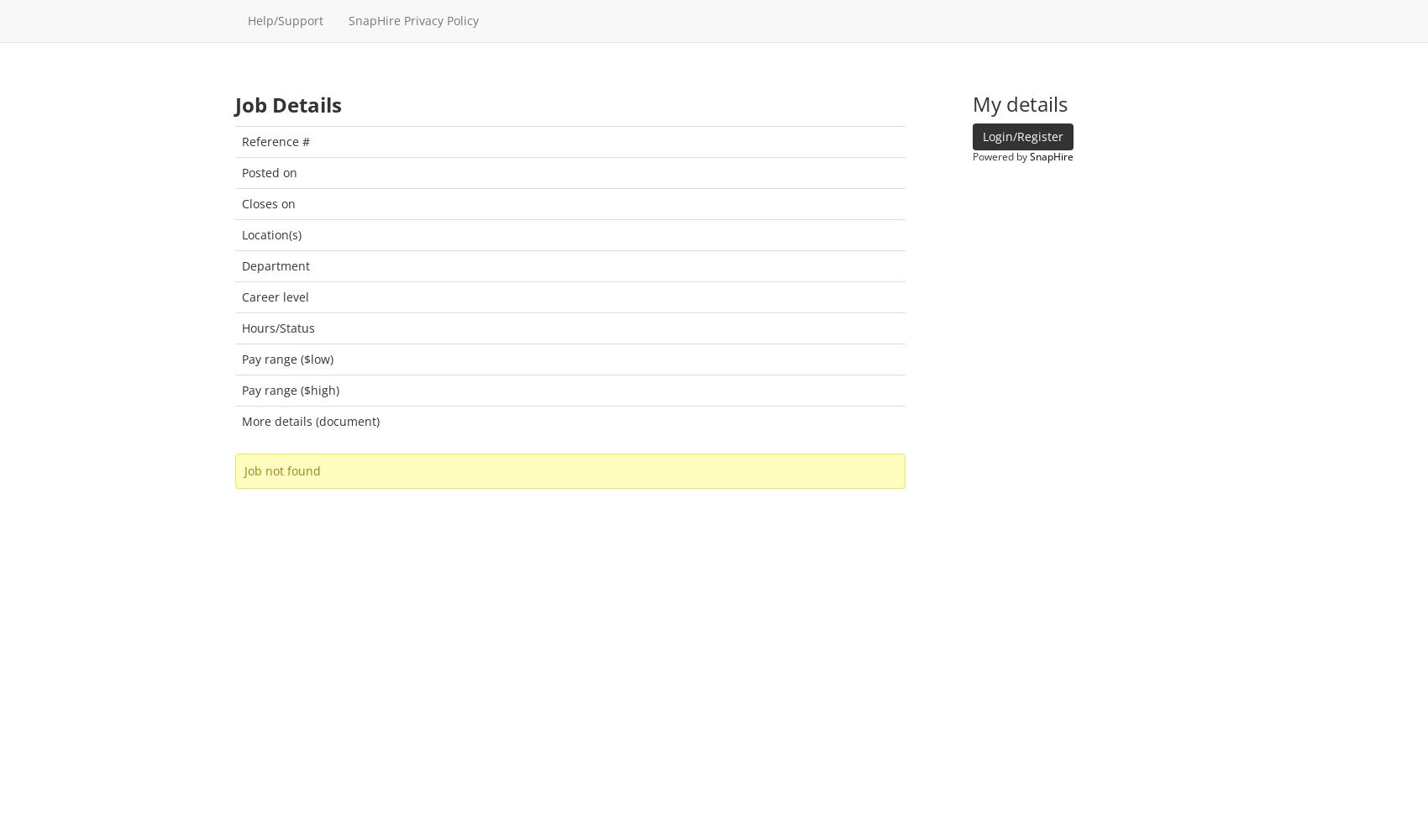 The image size is (1428, 840). What do you see at coordinates (309, 420) in the screenshot?
I see `'More details (document)'` at bounding box center [309, 420].